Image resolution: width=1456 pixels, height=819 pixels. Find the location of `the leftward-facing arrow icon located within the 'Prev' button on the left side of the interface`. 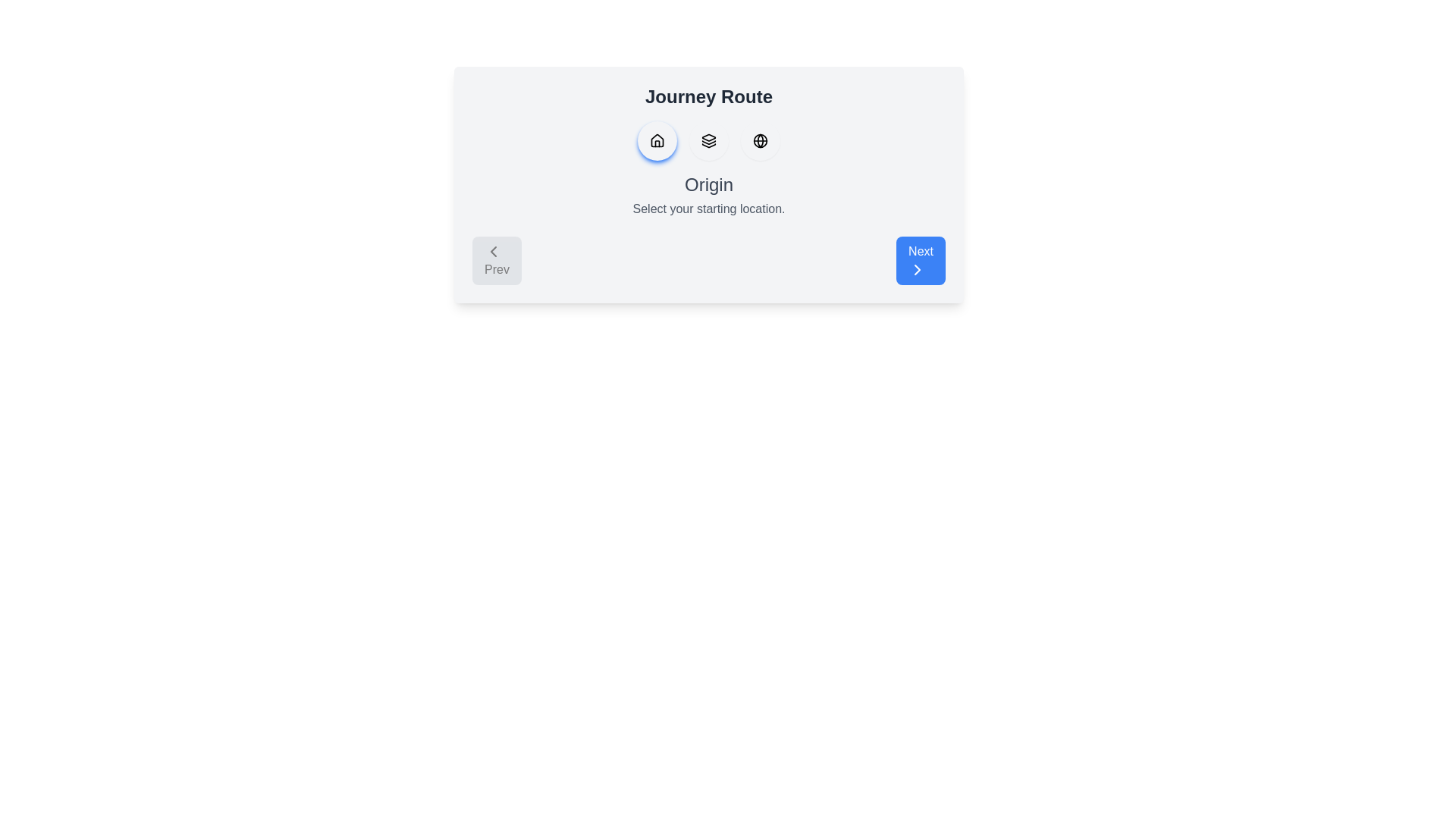

the leftward-facing arrow icon located within the 'Prev' button on the left side of the interface is located at coordinates (494, 250).